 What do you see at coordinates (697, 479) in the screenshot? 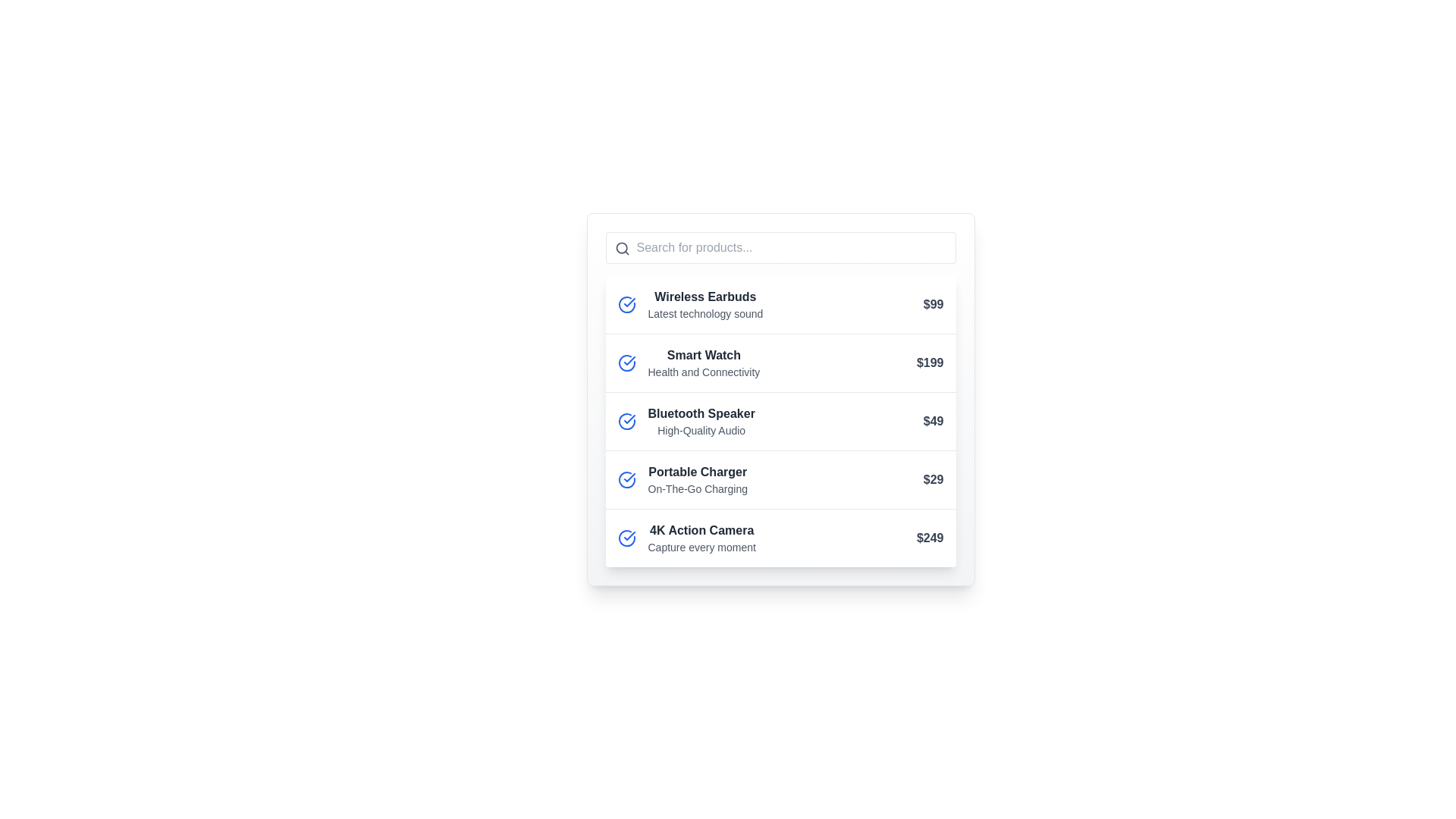
I see `text content of the multi-line Text block that displays the name 'Portable Charger' and the description 'On-The-Go Charging', specifically located as the fourth item in the list on the middle-right section of the interface` at bounding box center [697, 479].